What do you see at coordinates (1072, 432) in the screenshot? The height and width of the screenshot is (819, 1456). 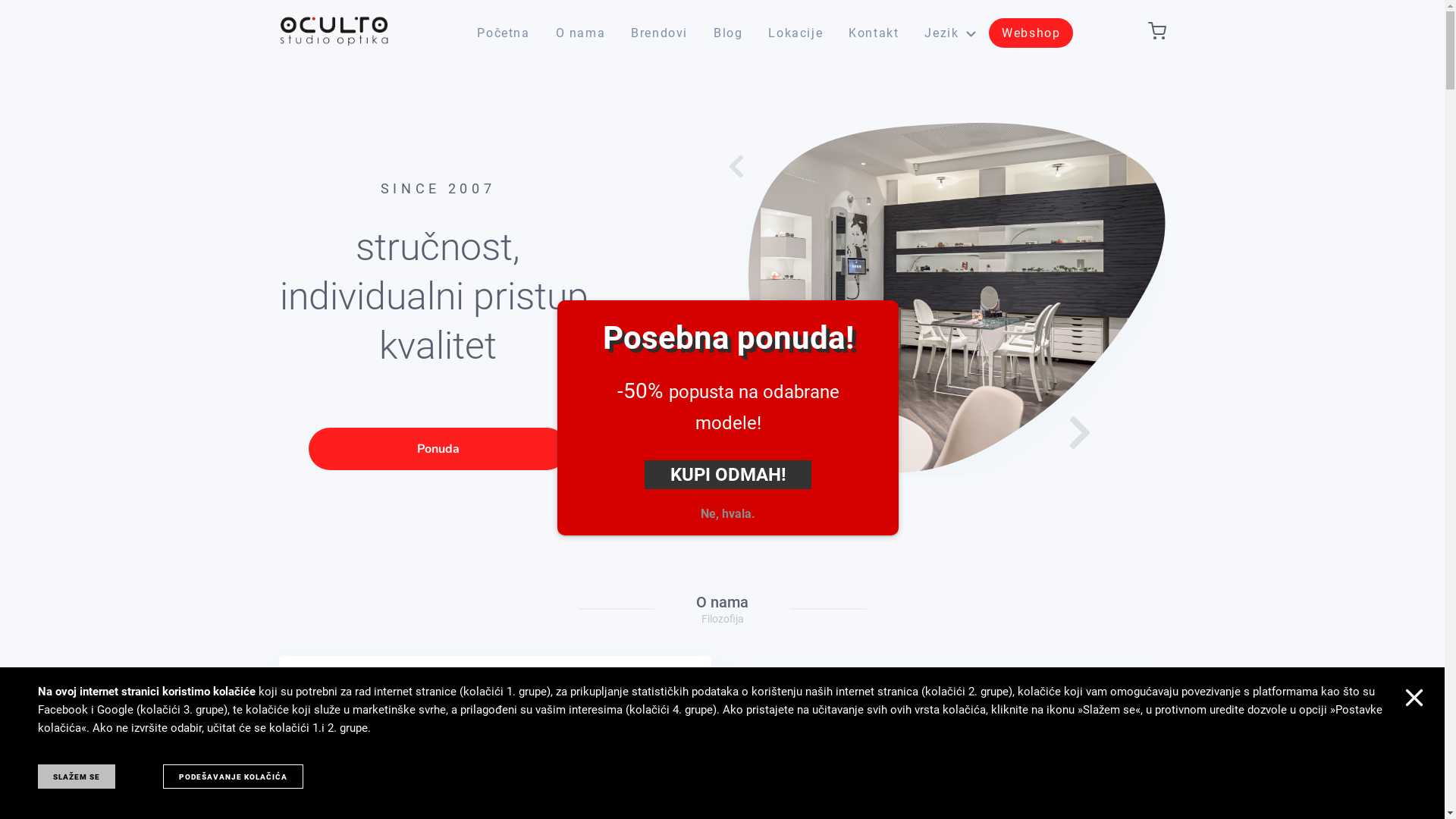 I see `'Arrow Rigfht Slider'` at bounding box center [1072, 432].